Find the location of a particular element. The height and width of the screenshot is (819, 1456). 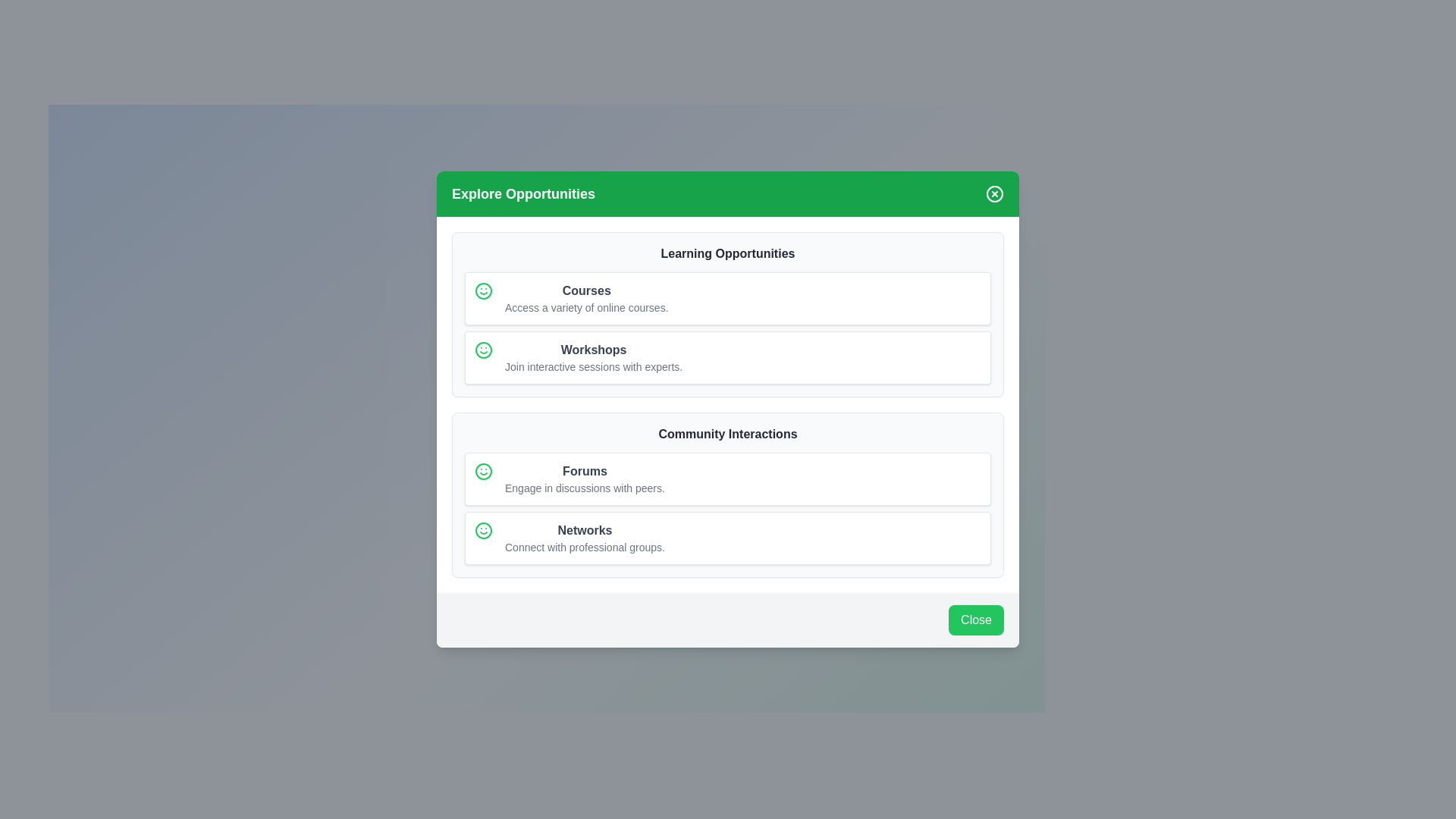

the text label located on the left side of the green header section at the top of the white content box, which serves as a title for the toolbar is located at coordinates (523, 193).